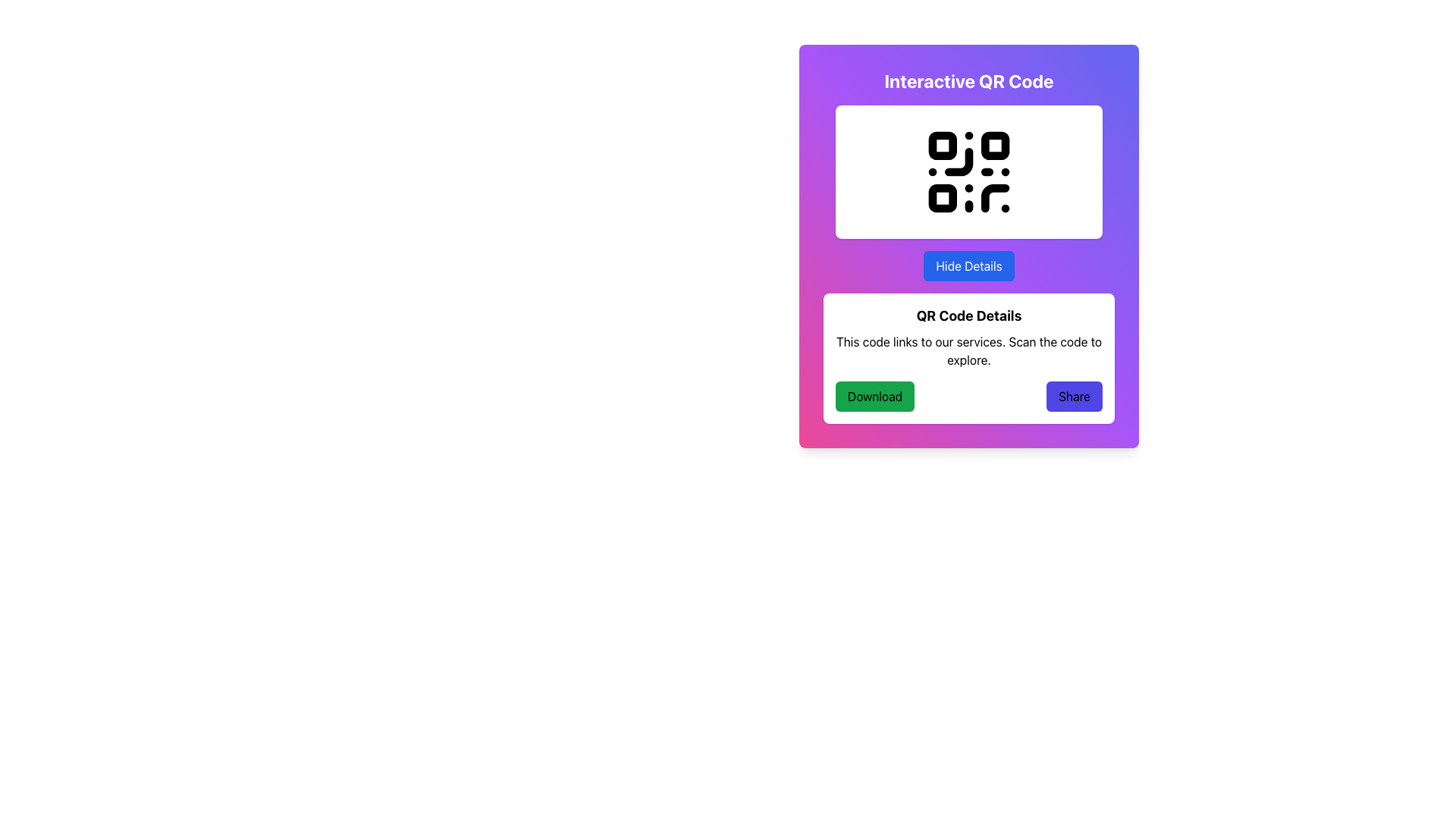 This screenshot has height=819, width=1456. Describe the element at coordinates (995, 146) in the screenshot. I see `the second square in the top row of the QR code, which is styled to resemble an inner square of a QR code and has rounded corners` at that location.